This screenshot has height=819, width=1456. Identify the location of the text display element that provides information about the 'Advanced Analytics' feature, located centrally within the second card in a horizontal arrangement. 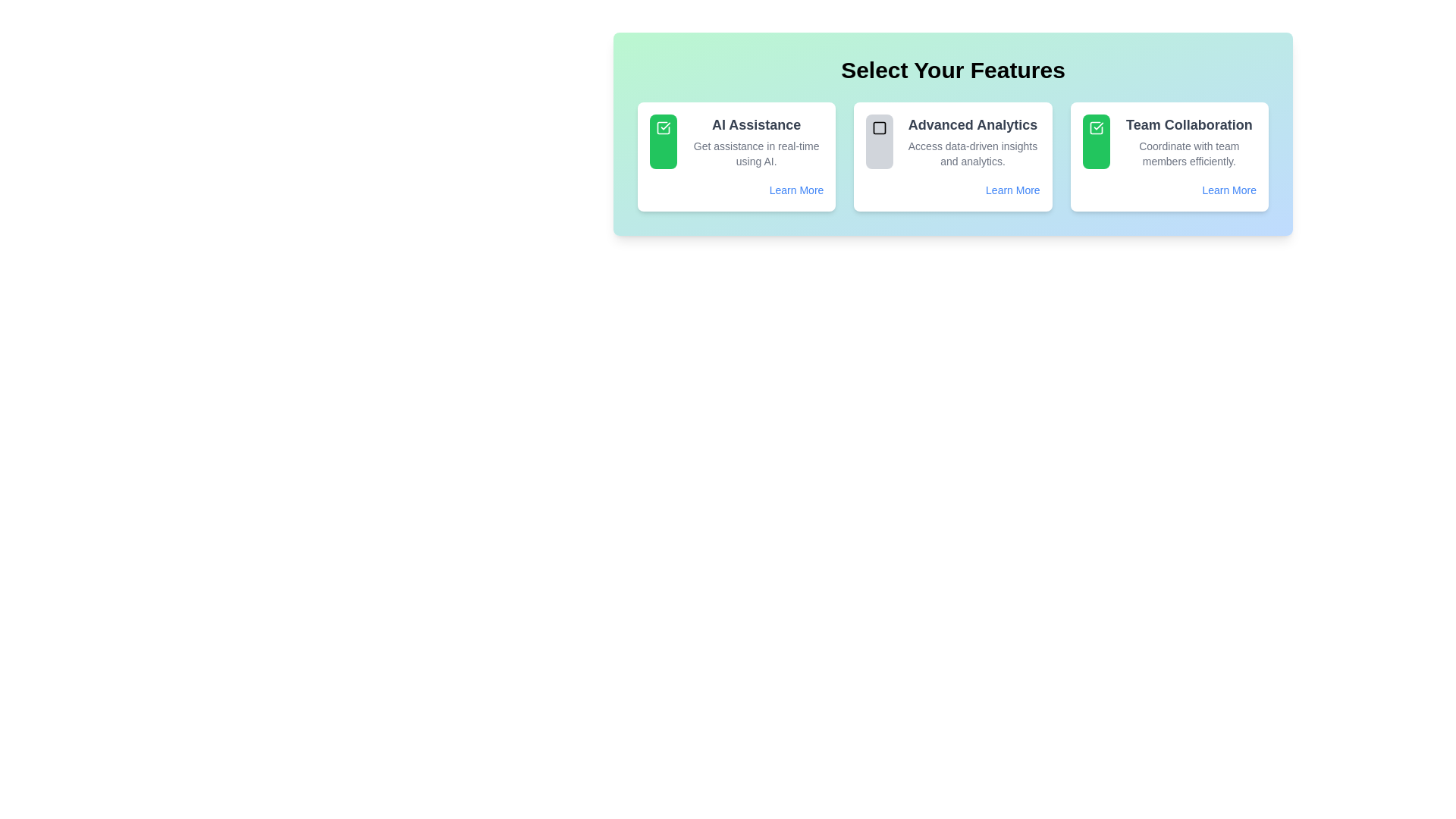
(972, 141).